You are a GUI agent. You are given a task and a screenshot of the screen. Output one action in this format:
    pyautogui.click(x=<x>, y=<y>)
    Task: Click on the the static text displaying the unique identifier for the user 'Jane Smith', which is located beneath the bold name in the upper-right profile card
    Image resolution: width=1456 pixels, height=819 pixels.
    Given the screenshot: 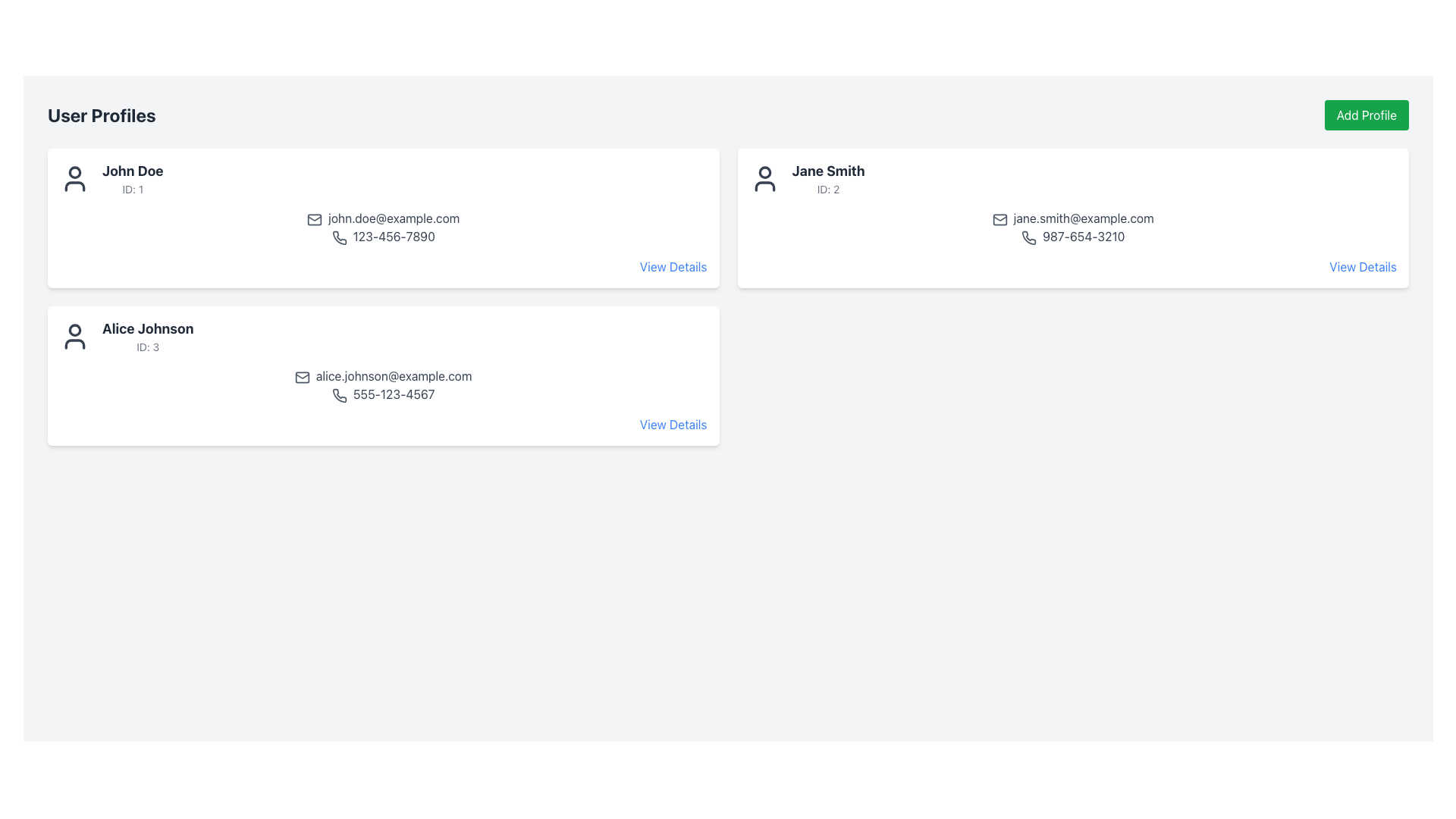 What is the action you would take?
    pyautogui.click(x=827, y=189)
    